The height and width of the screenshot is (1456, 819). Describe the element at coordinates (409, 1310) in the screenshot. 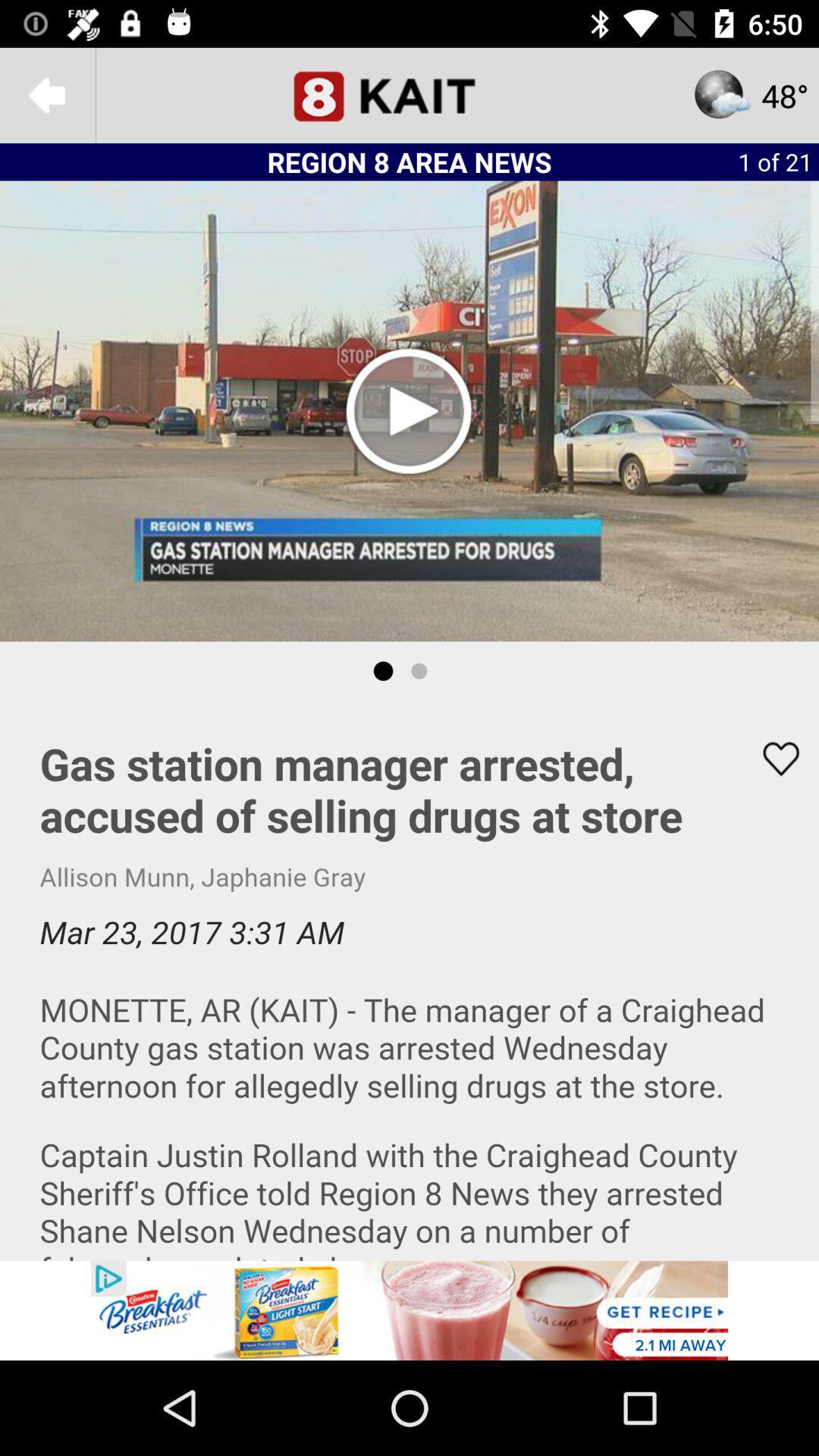

I see `for add` at that location.